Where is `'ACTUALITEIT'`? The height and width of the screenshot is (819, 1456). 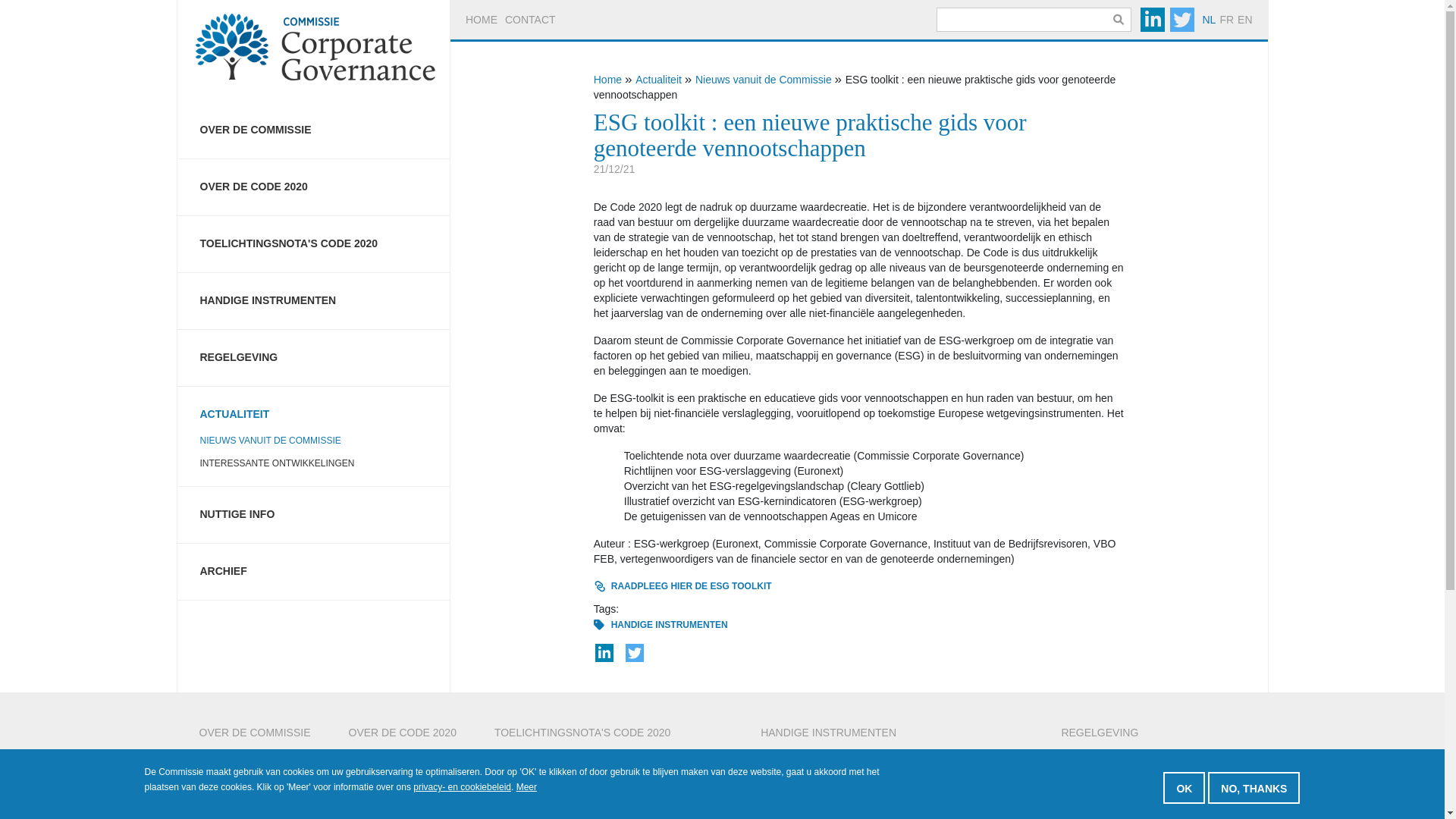 'ACTUALITEIT' is located at coordinates (312, 406).